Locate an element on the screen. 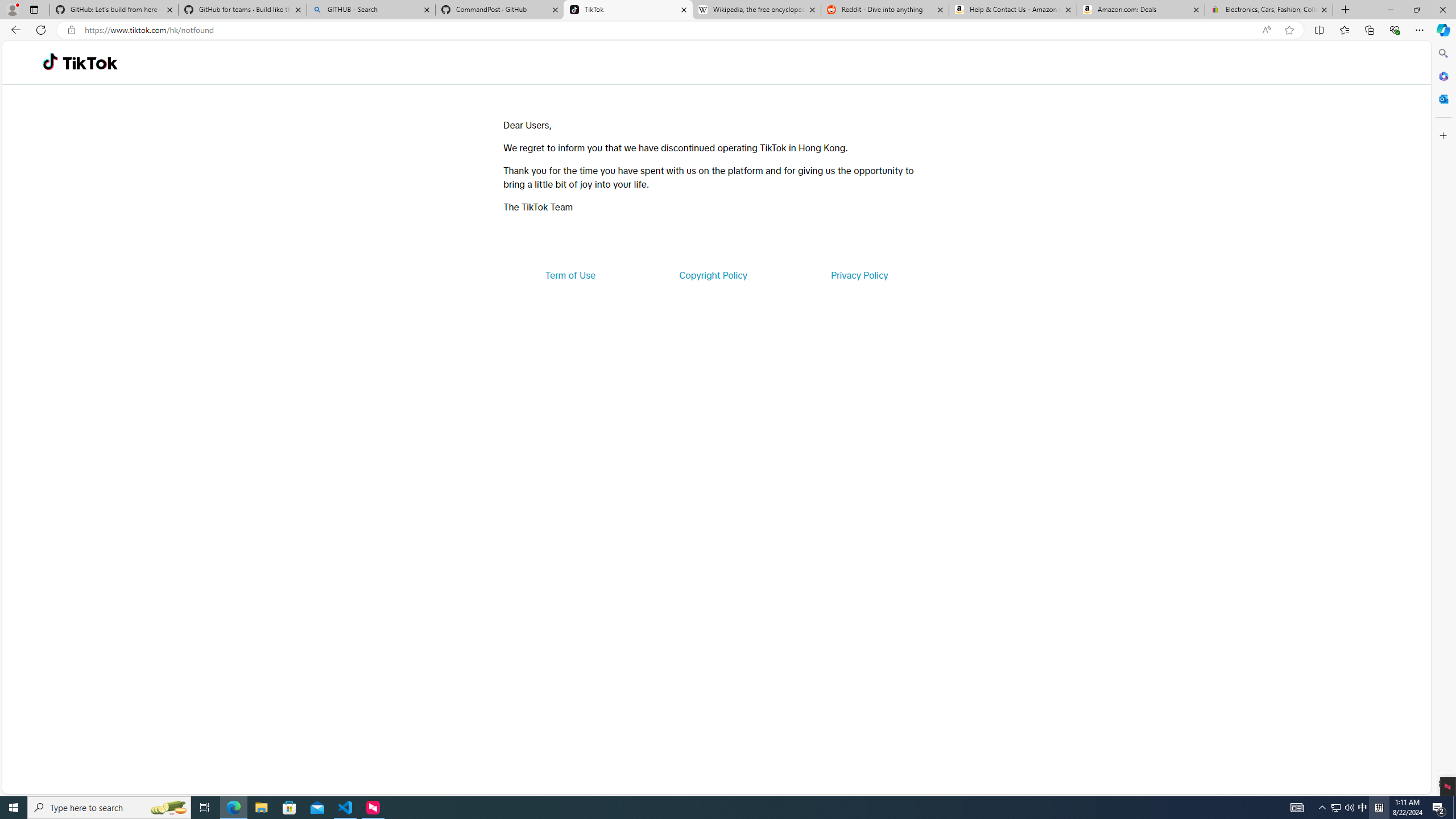  'GITHUB - Search' is located at coordinates (370, 9).